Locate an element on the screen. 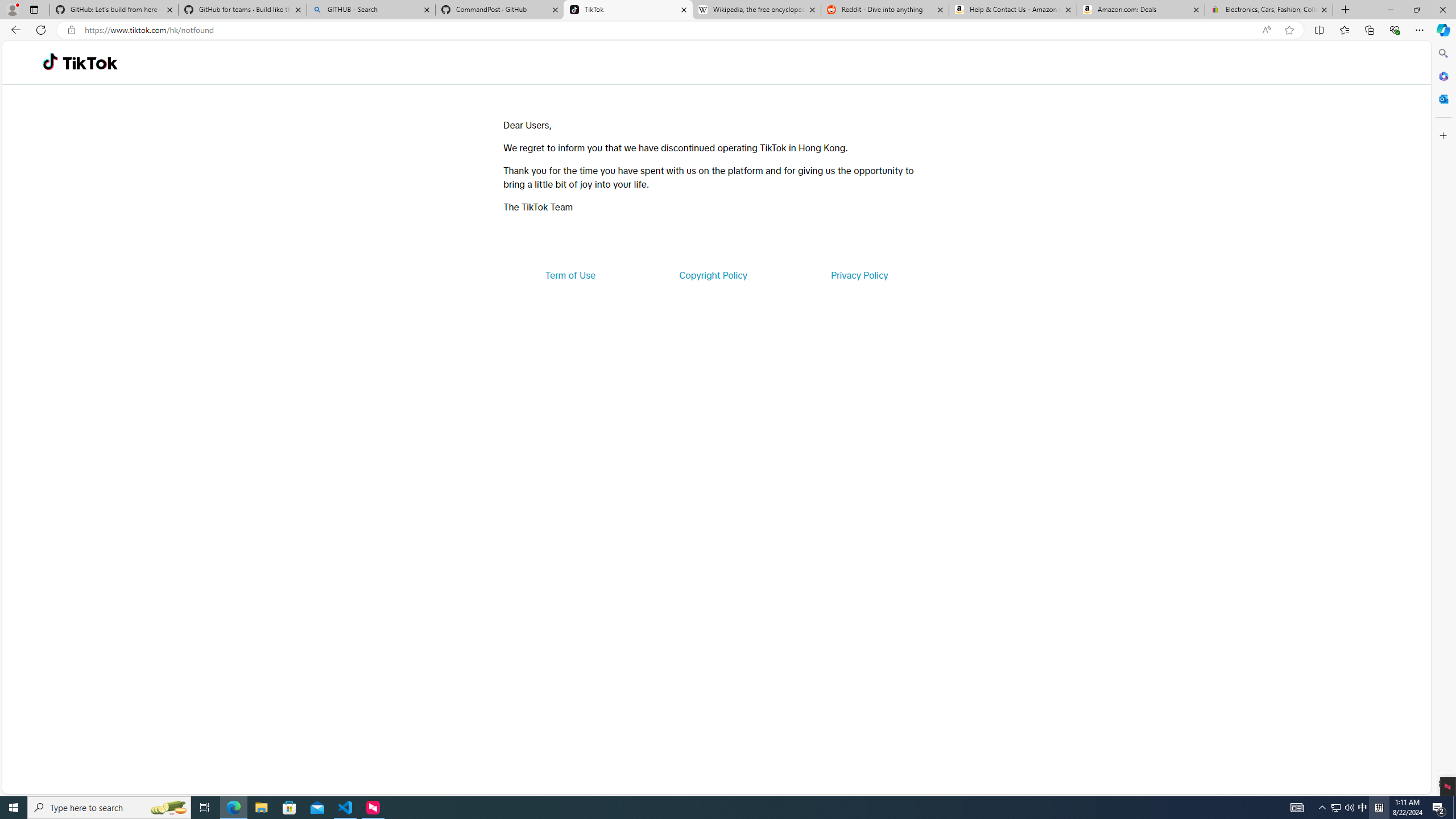  'GITHUB - Search' is located at coordinates (370, 9).